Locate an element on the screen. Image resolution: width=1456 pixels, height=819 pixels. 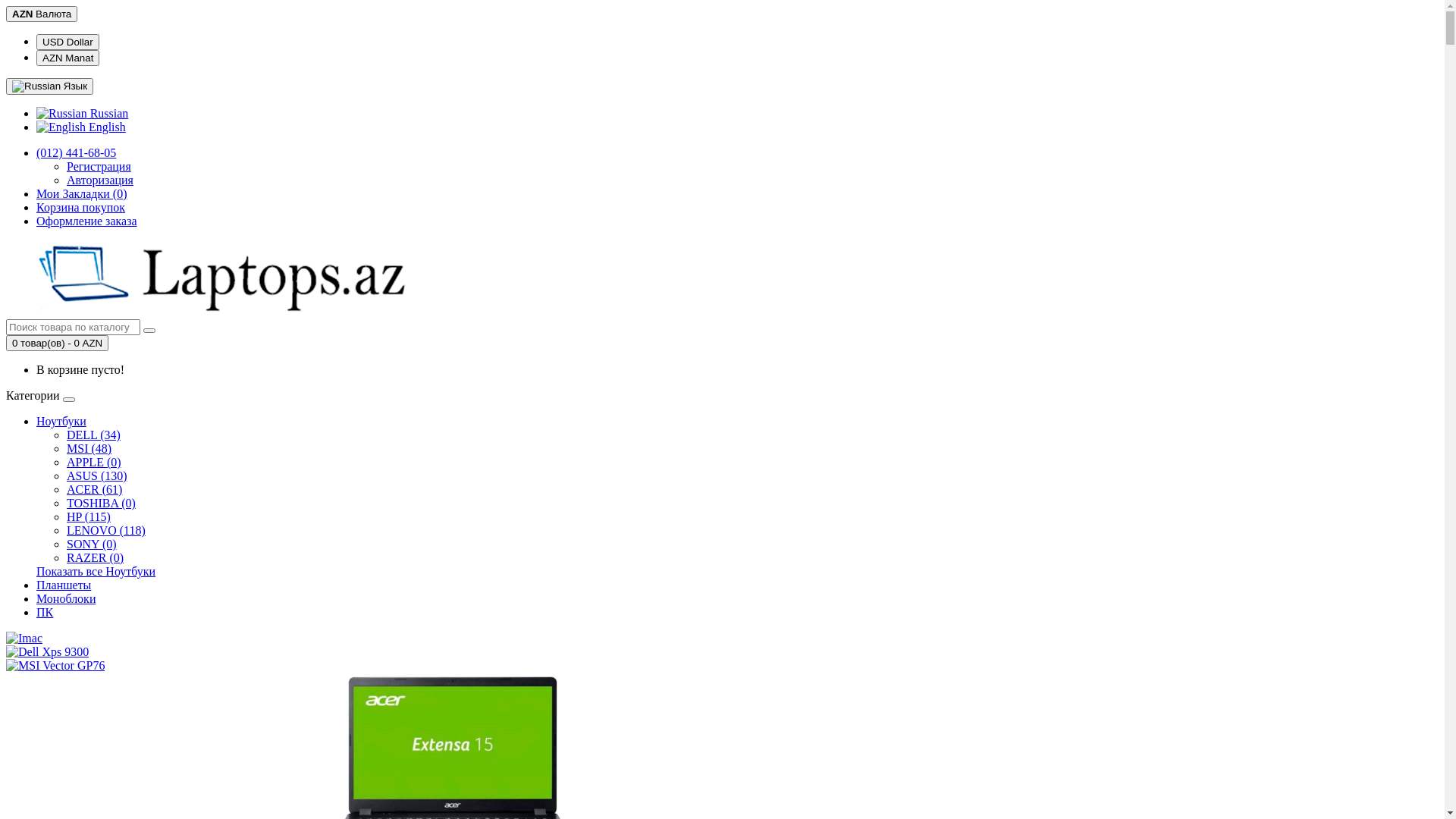
'Russian' is located at coordinates (81, 112).